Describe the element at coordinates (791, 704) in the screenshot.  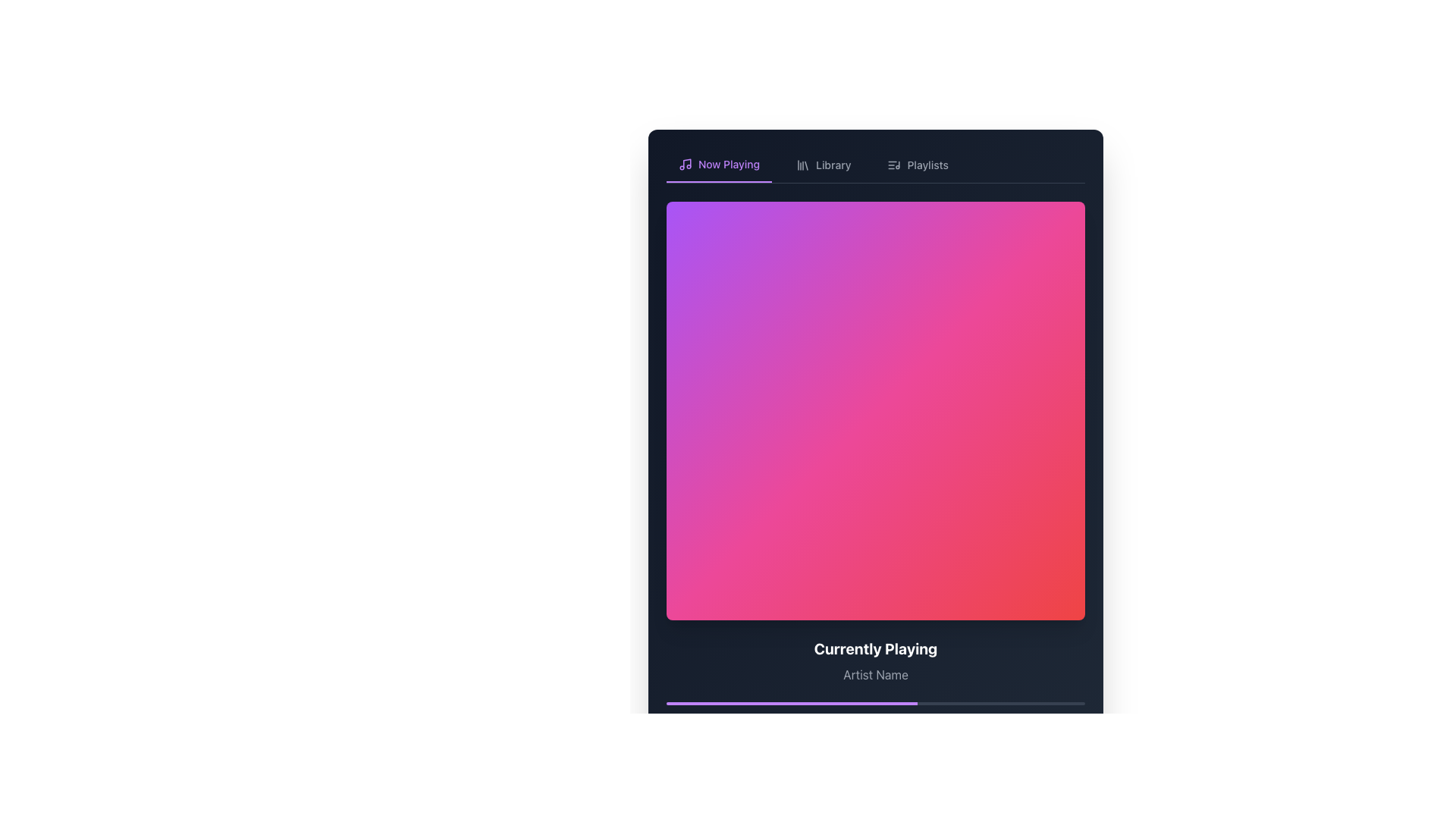
I see `the filled purple segment of the progress bar located at the bottom of the interface, under 'Currently Playing' and 'Artist Name'` at that location.